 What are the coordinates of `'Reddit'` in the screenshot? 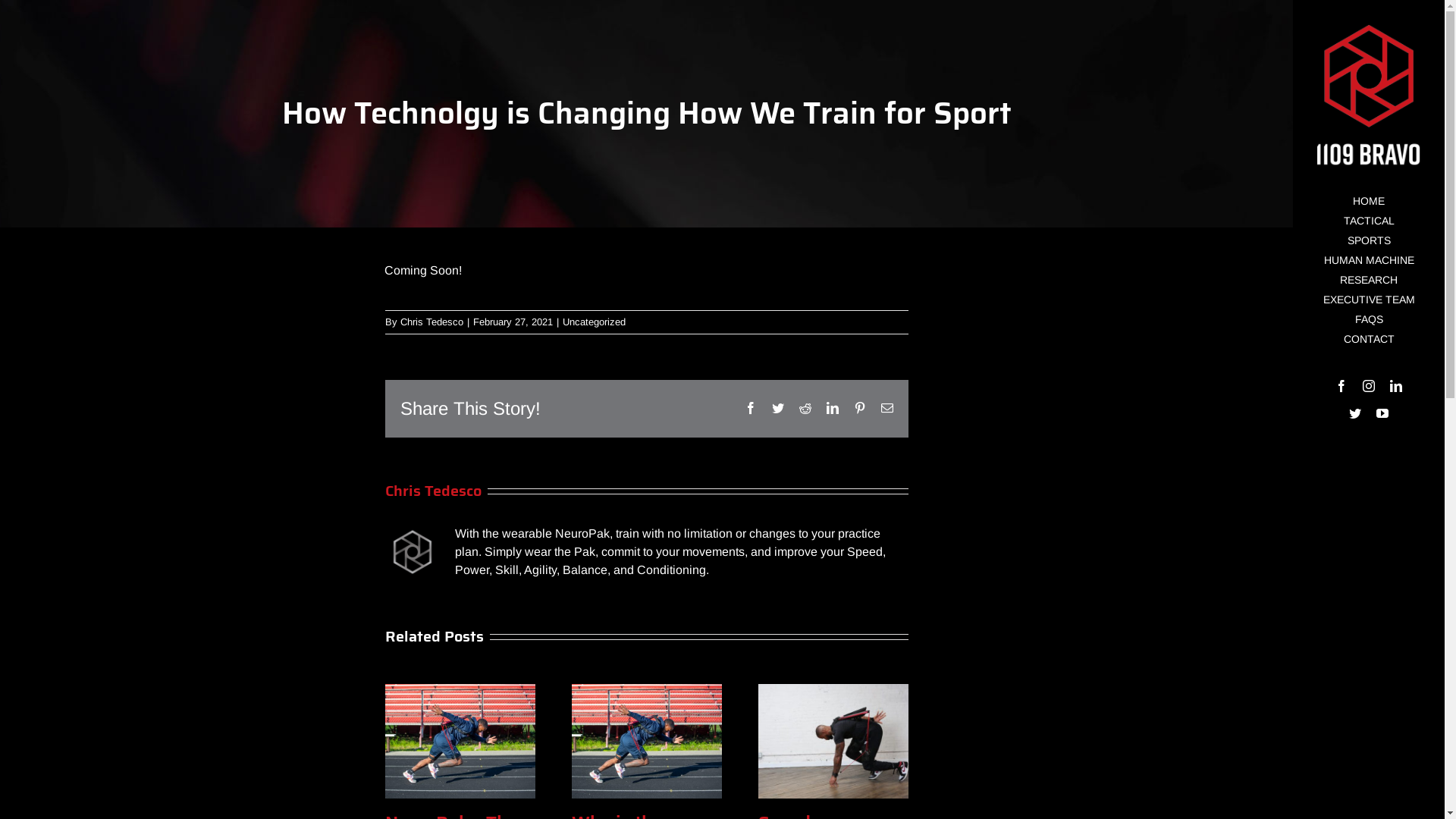 It's located at (804, 406).